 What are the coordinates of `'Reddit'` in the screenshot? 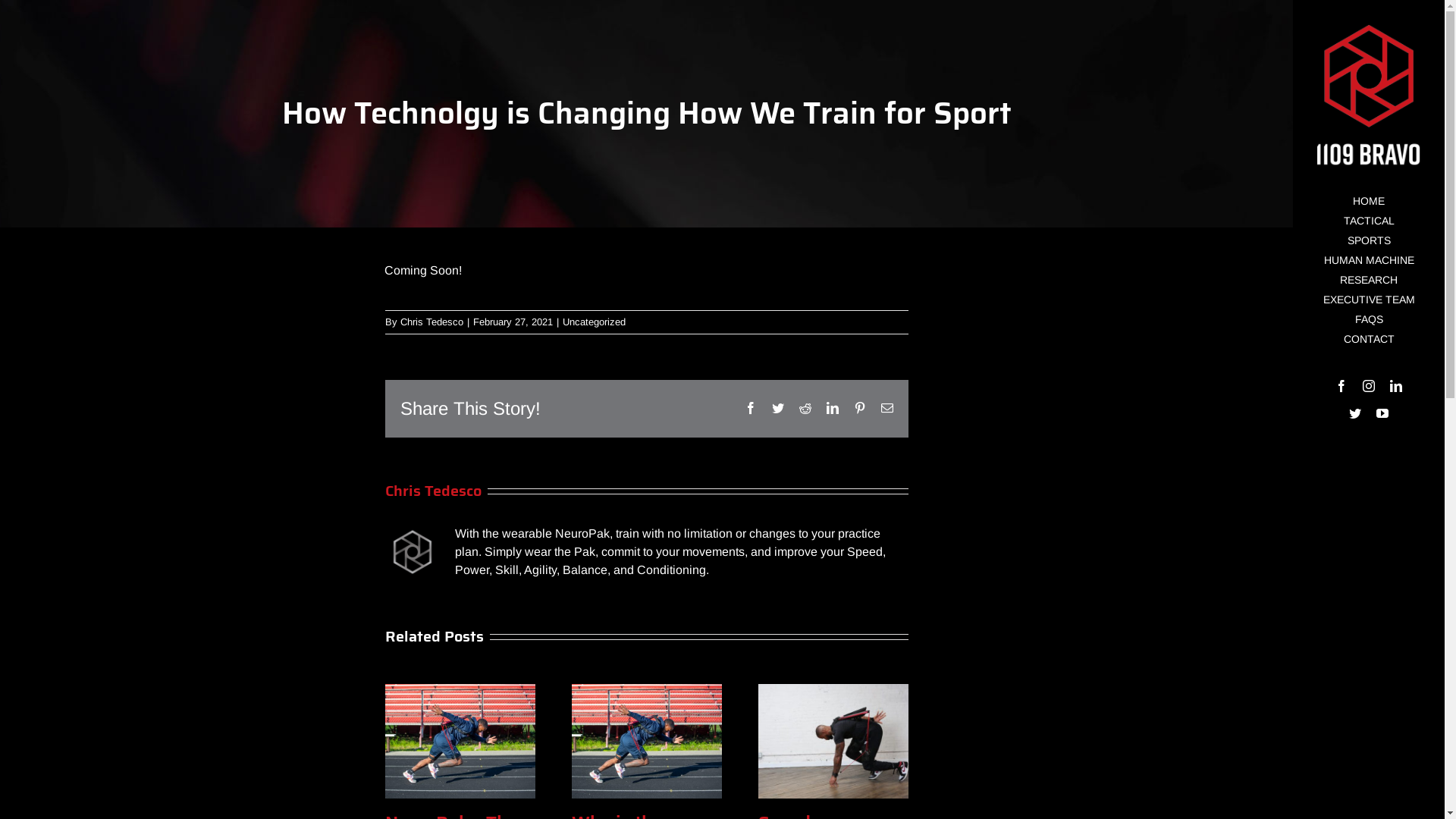 It's located at (804, 406).